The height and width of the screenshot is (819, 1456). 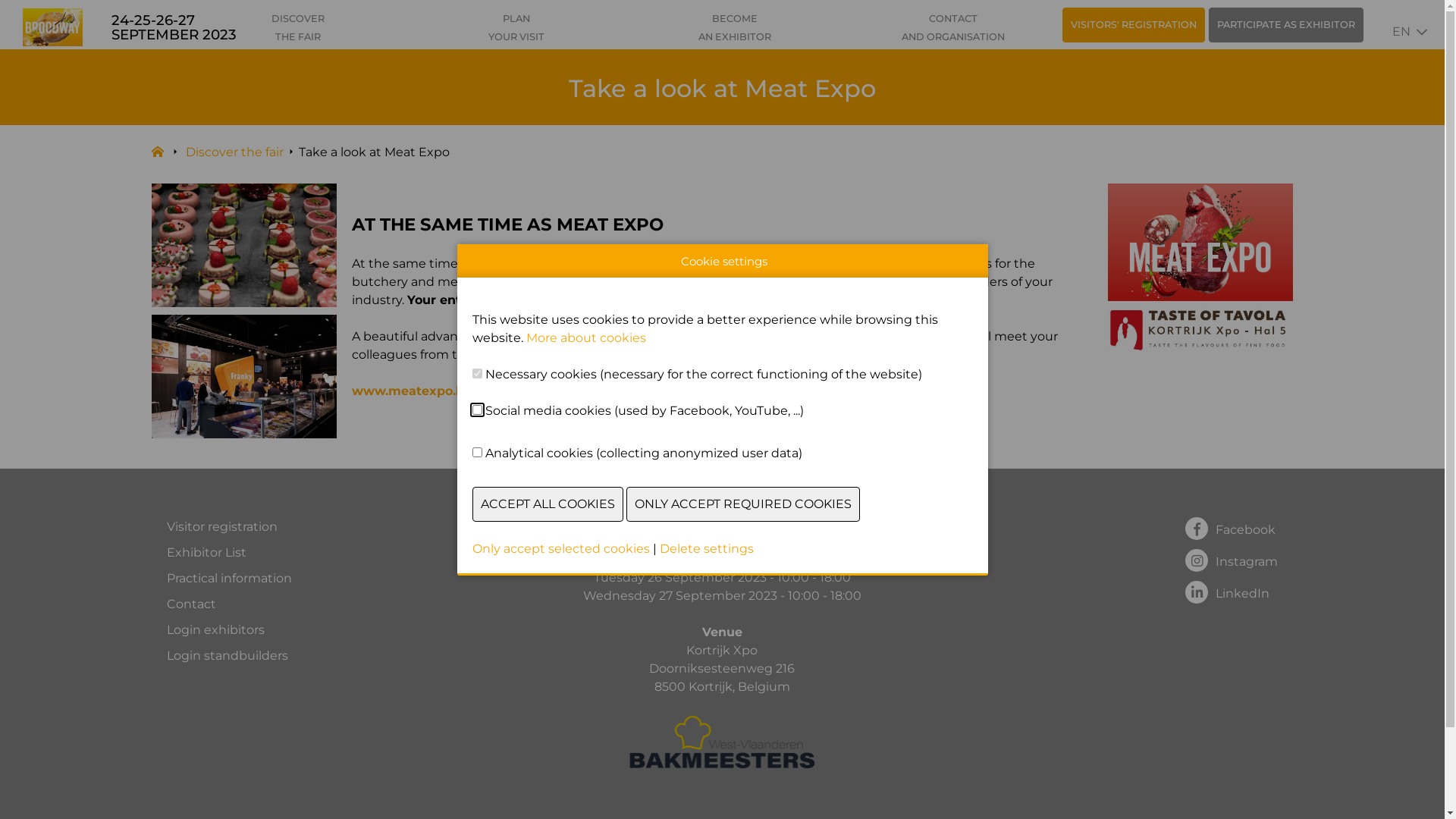 What do you see at coordinates (1231, 559) in the screenshot?
I see `'Instagram'` at bounding box center [1231, 559].